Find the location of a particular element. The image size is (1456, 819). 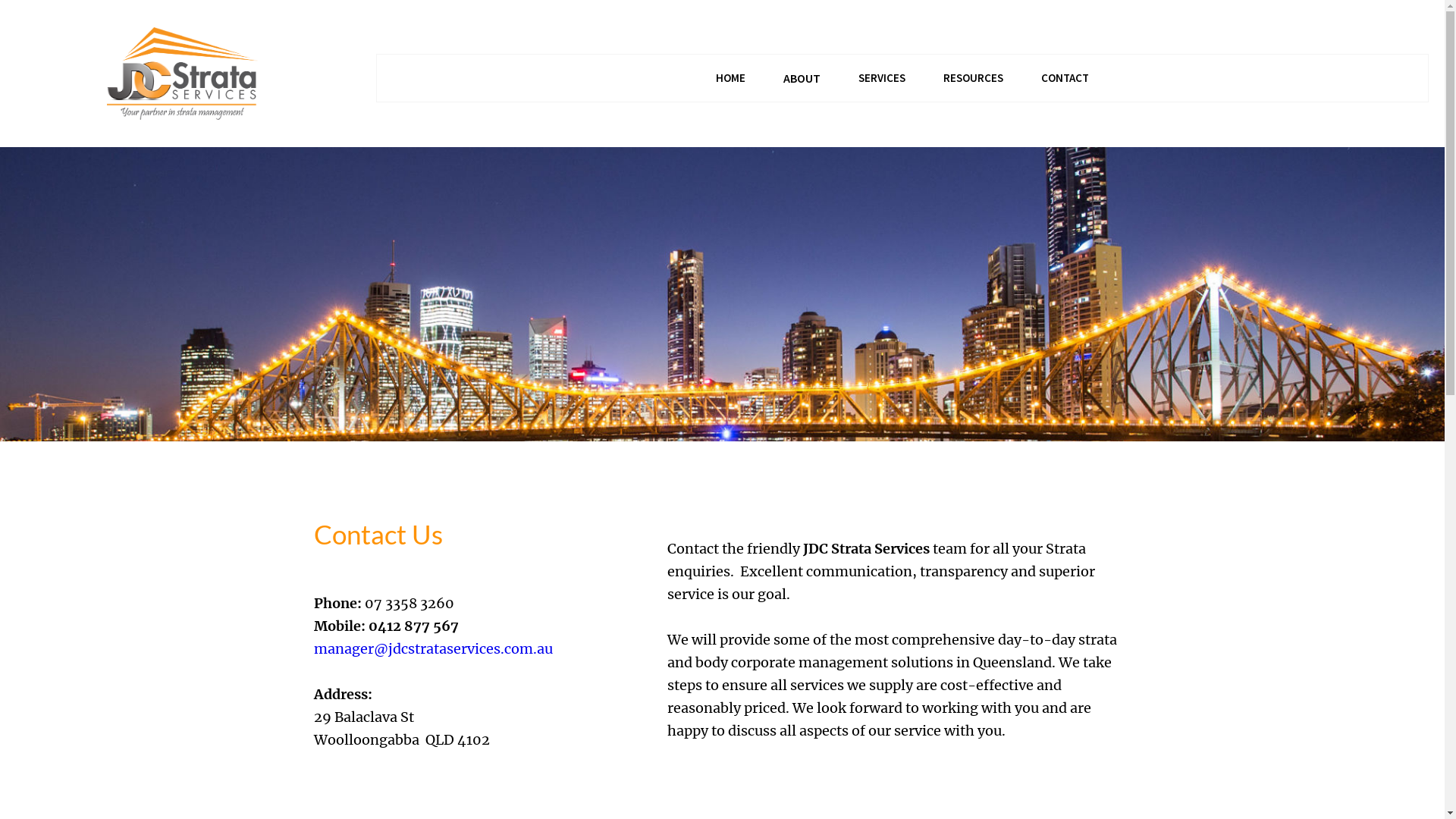

'HOME' is located at coordinates (730, 78).